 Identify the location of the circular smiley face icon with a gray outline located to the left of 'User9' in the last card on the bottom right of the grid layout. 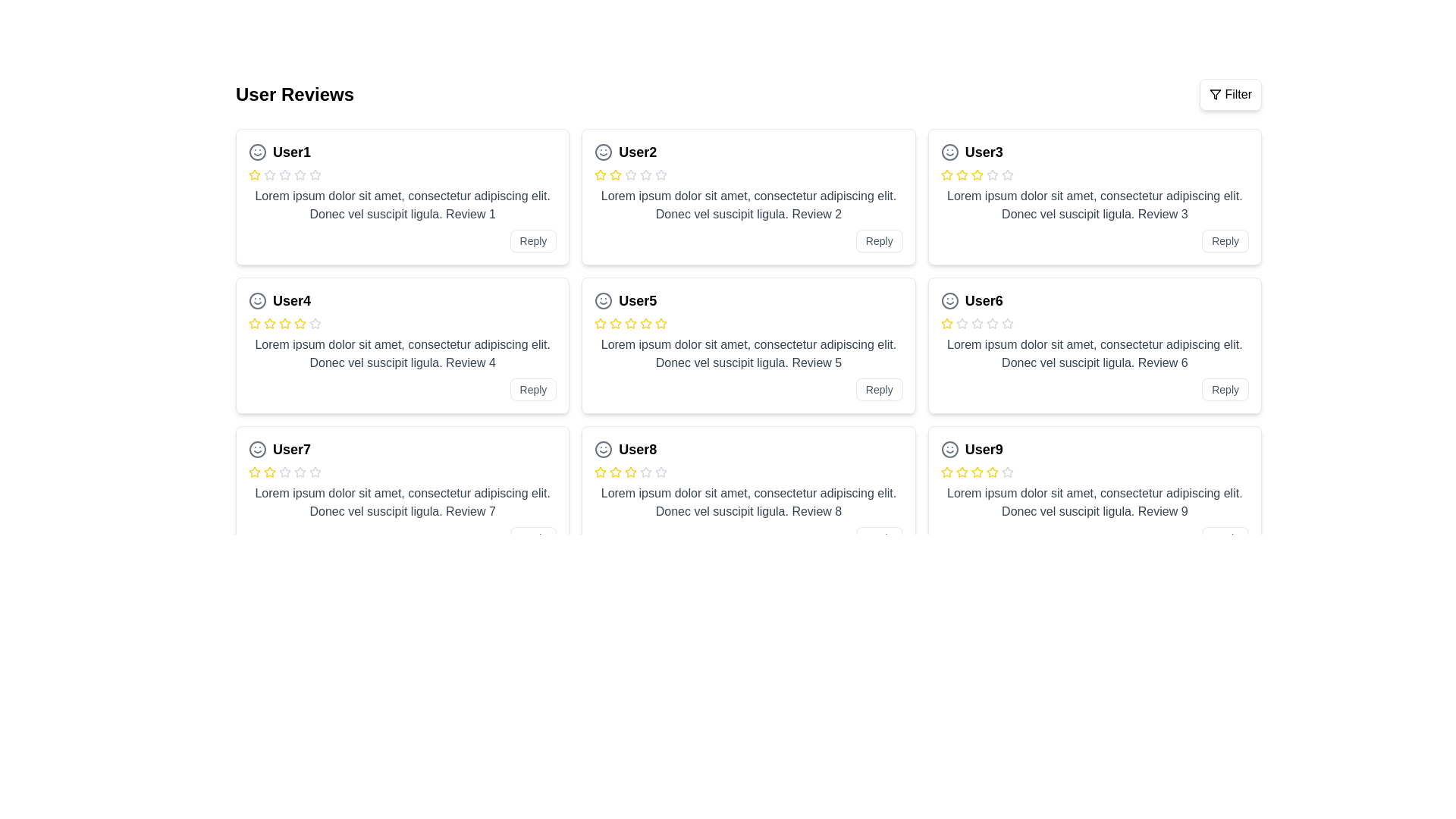
(949, 449).